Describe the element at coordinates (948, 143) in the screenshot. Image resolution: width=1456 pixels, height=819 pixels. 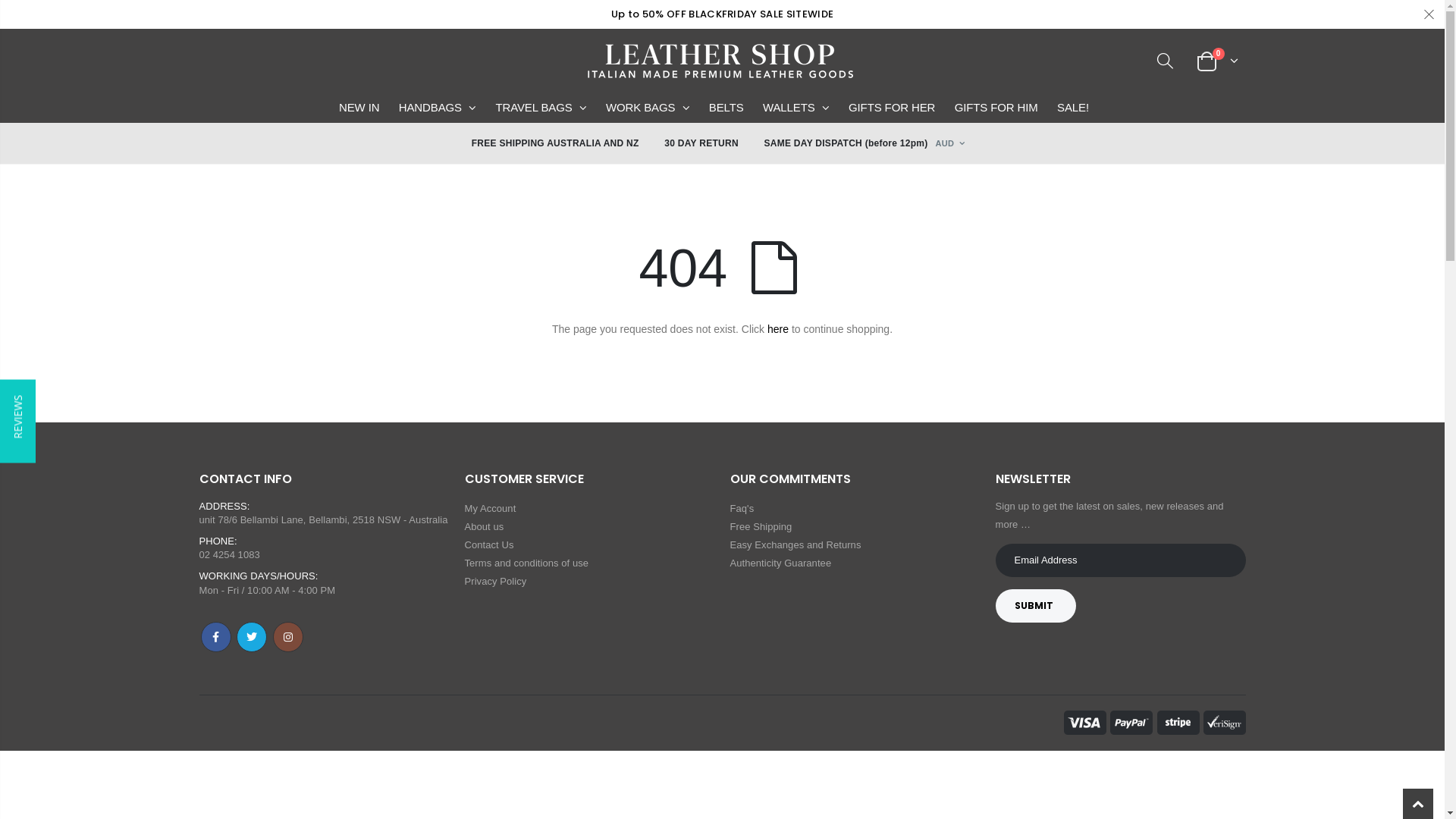
I see `'AUD'` at that location.